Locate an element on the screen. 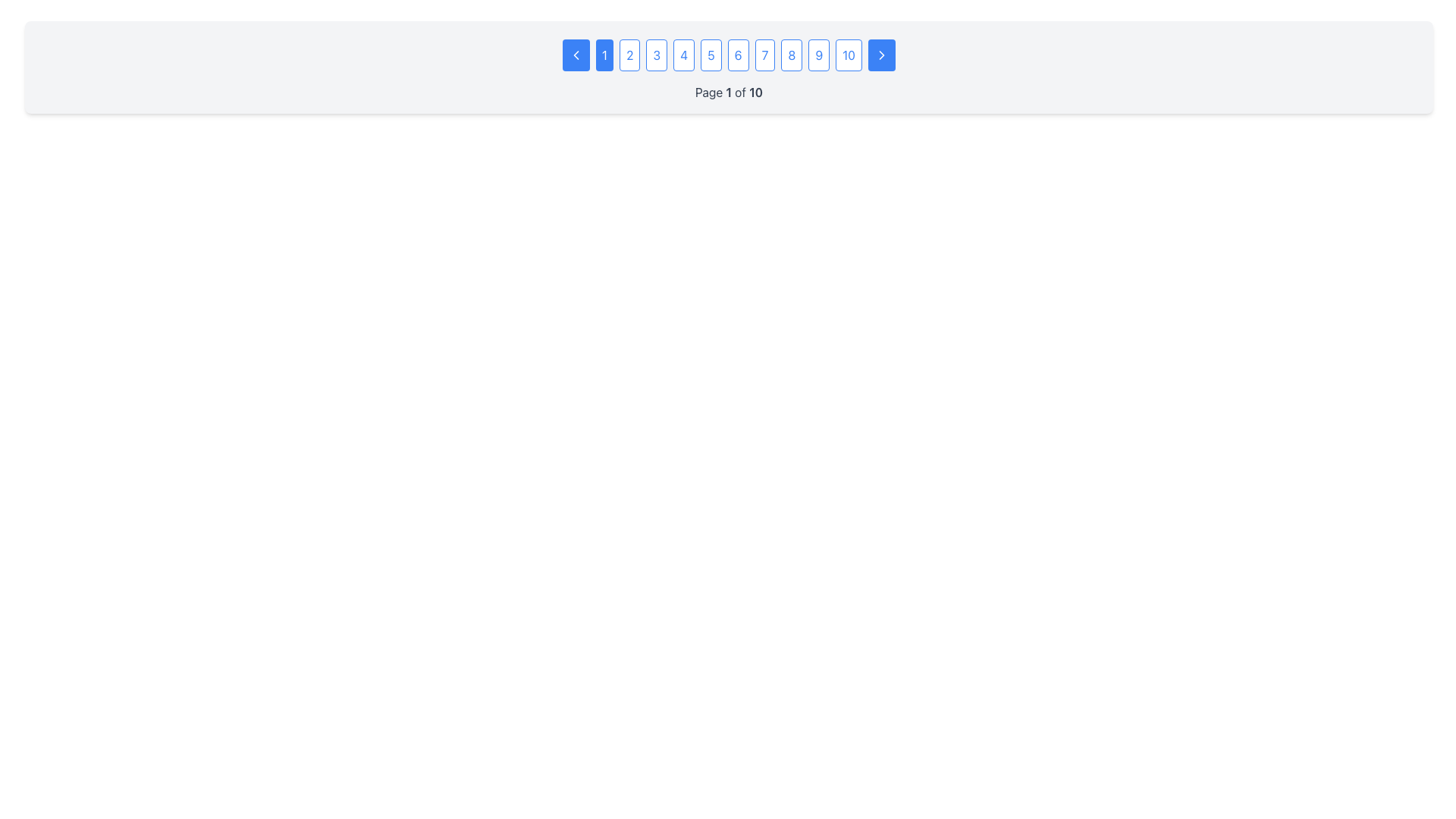 Image resolution: width=1456 pixels, height=819 pixels. the forward navigation button in the pagination controls is located at coordinates (881, 55).